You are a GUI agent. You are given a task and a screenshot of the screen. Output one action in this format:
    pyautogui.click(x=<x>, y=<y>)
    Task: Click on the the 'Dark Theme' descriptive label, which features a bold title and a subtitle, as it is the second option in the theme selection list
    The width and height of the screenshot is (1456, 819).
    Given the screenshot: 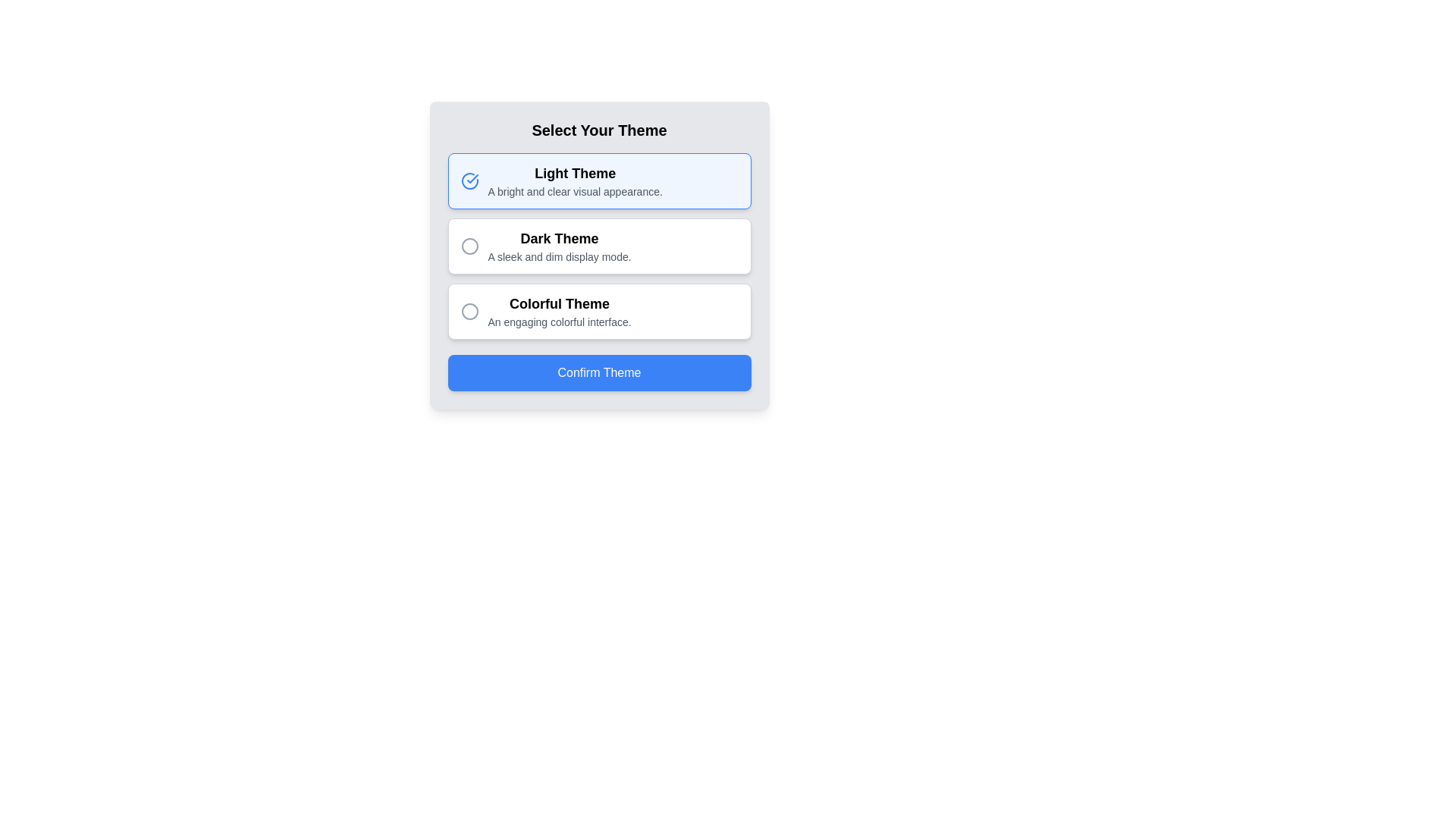 What is the action you would take?
    pyautogui.click(x=559, y=245)
    